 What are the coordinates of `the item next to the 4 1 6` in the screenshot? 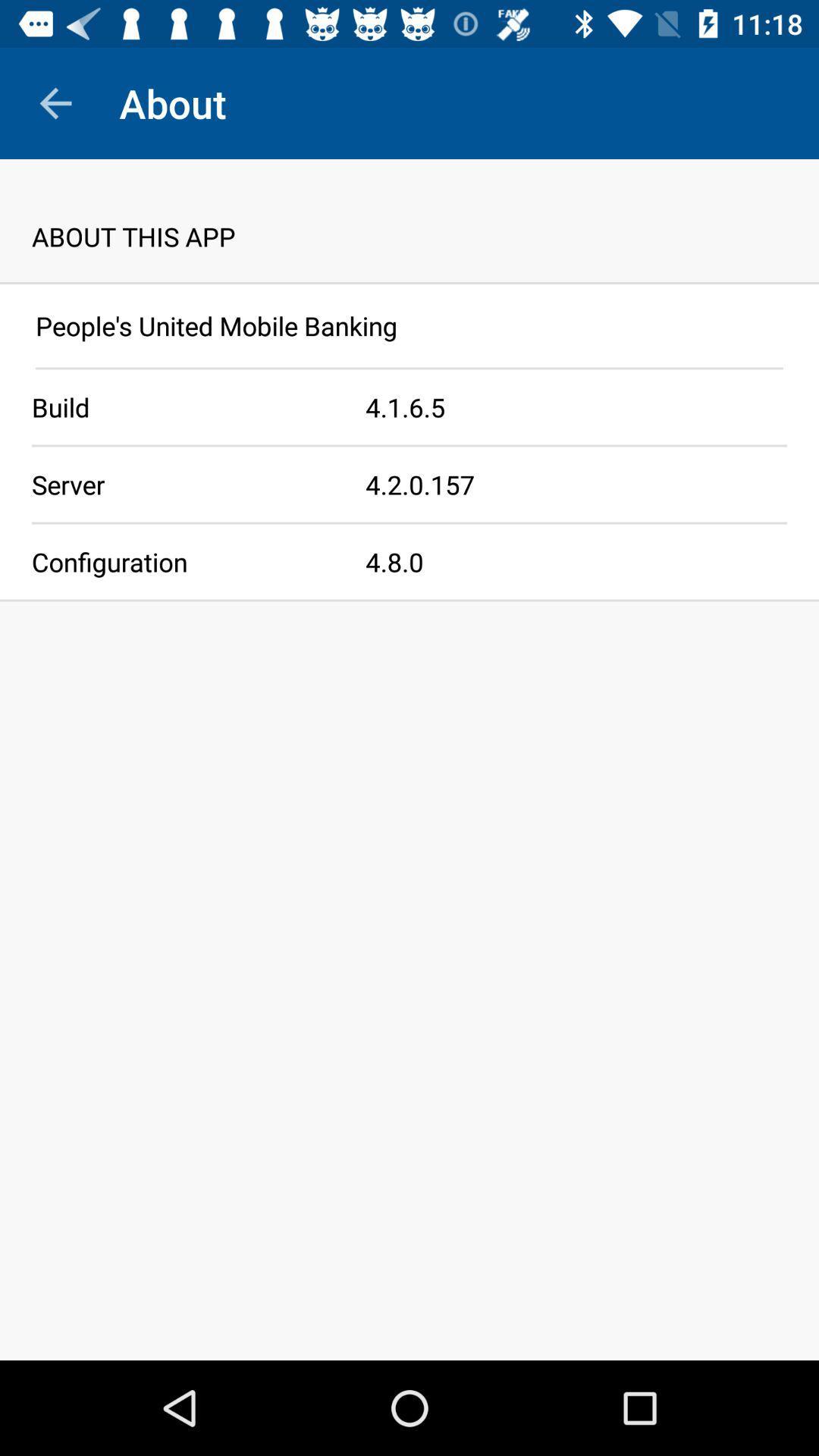 It's located at (182, 407).